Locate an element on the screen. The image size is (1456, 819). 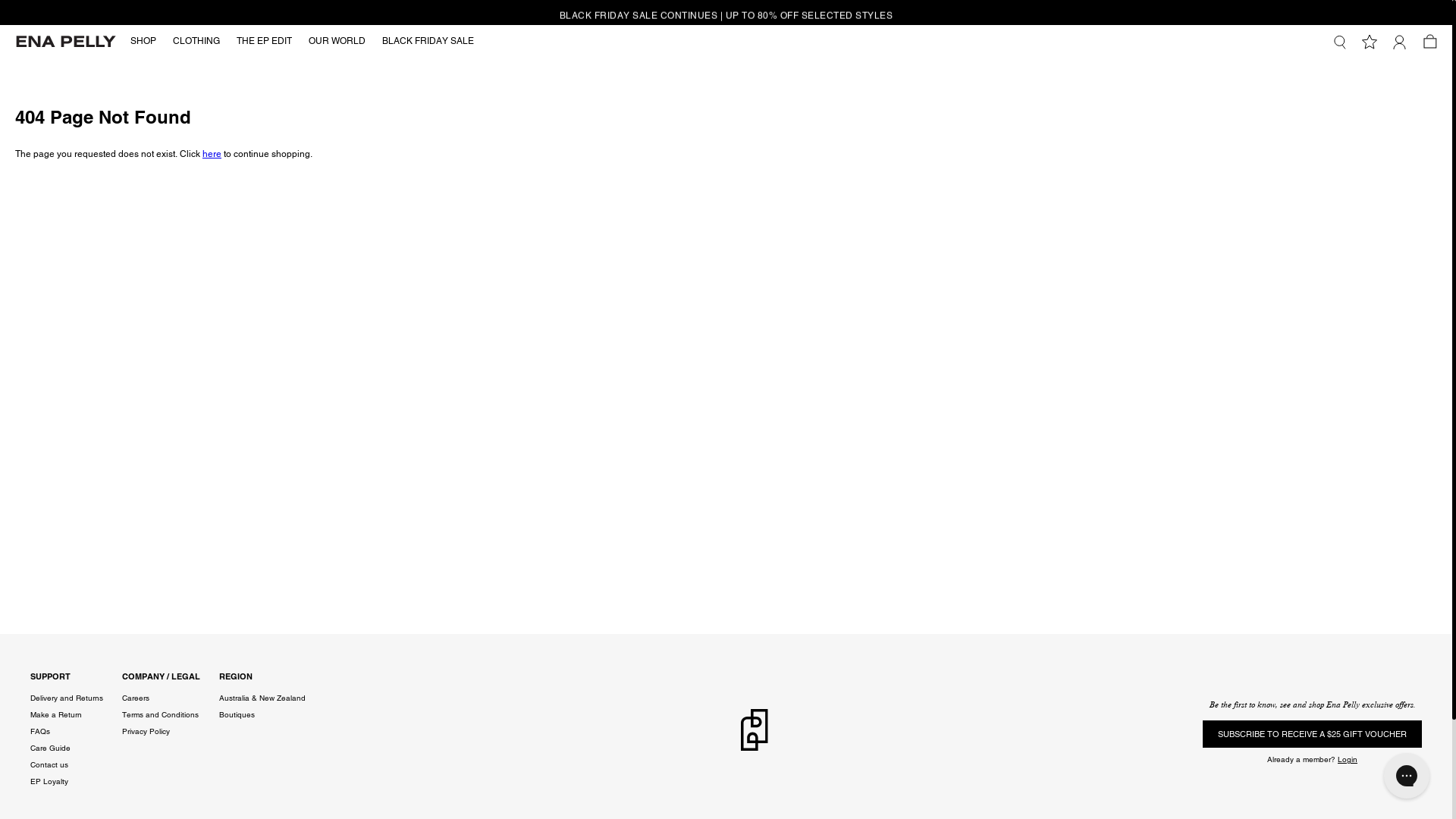
'BLACK FRIDAY SALE CONTINUES | UP TO 80% OFF SELECTED STYLES' is located at coordinates (725, 12).